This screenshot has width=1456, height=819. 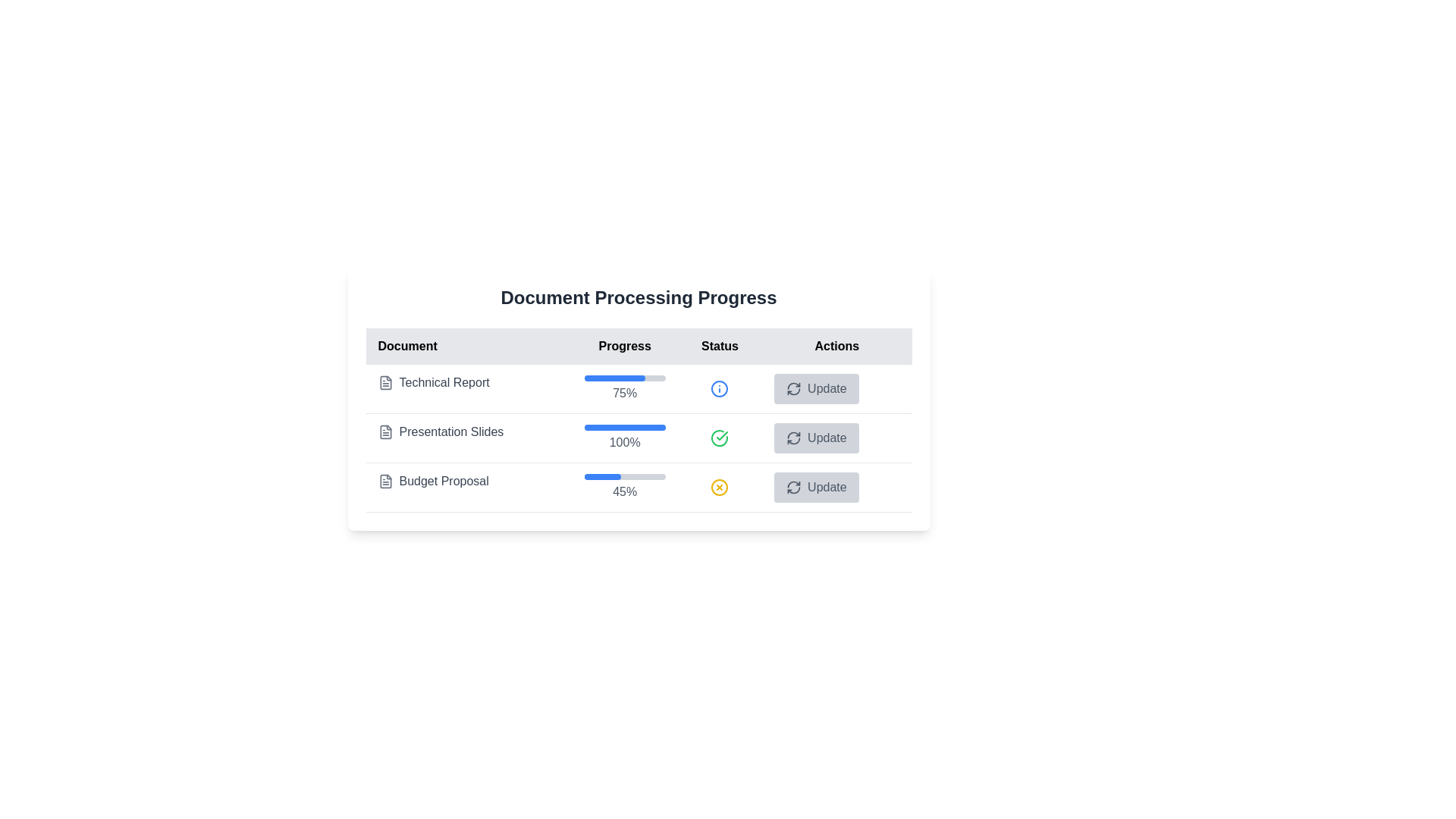 I want to click on the green circular icon with a checkmark inside located in the 'Status' column of the 'Presentation Slides' table row, so click(x=719, y=438).